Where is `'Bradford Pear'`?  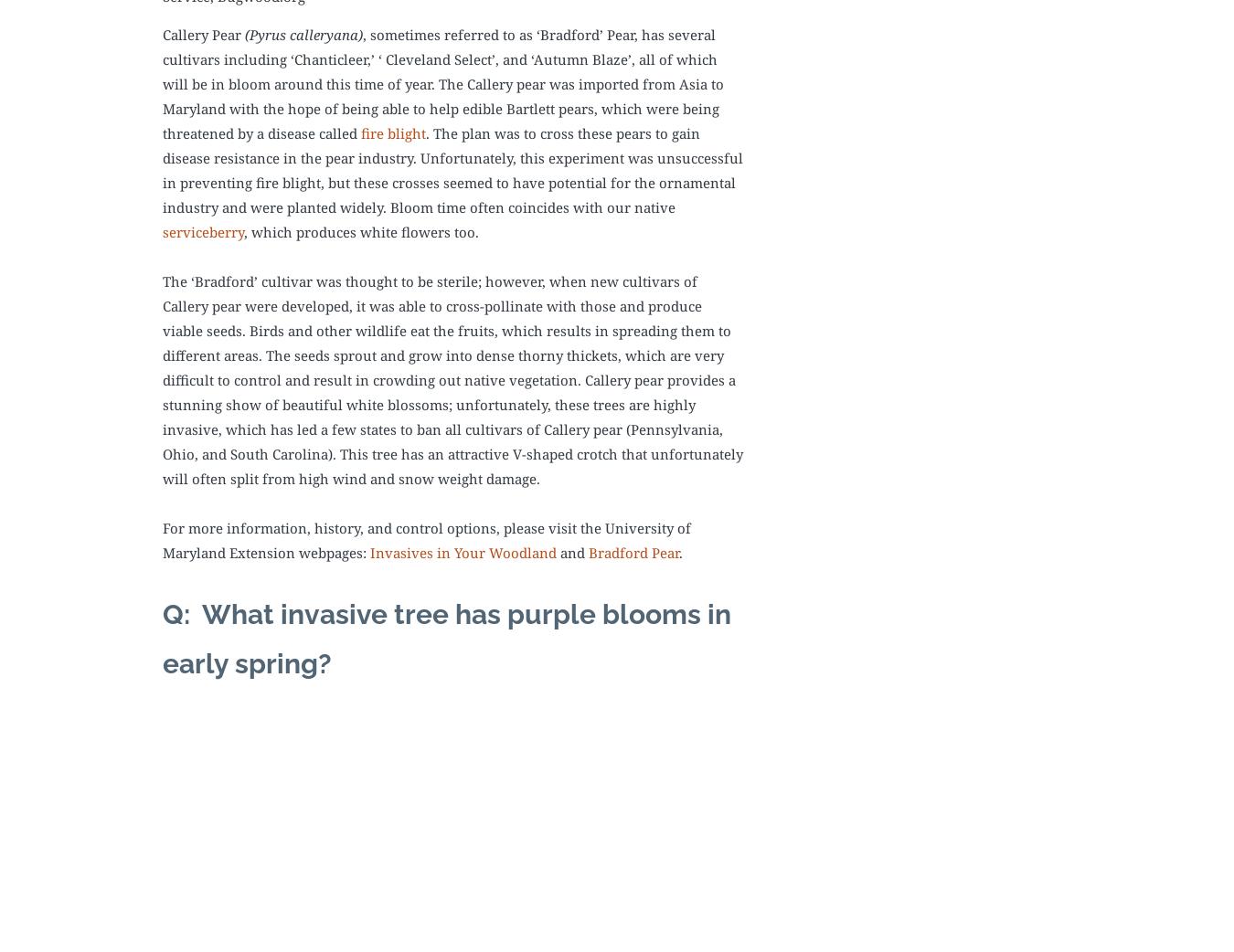
'Bradford Pear' is located at coordinates (588, 551).